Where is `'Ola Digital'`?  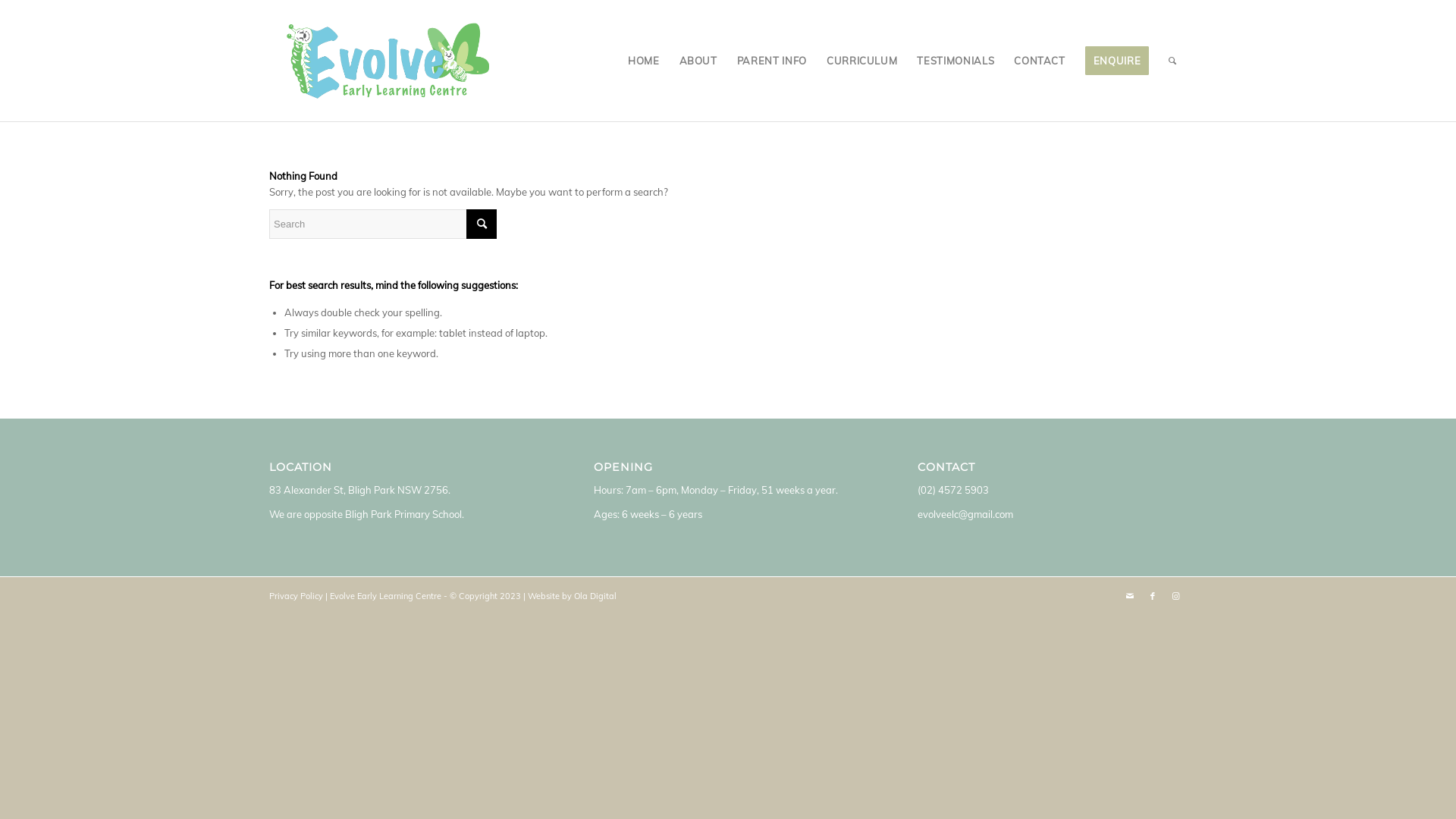
'Ola Digital' is located at coordinates (595, 595).